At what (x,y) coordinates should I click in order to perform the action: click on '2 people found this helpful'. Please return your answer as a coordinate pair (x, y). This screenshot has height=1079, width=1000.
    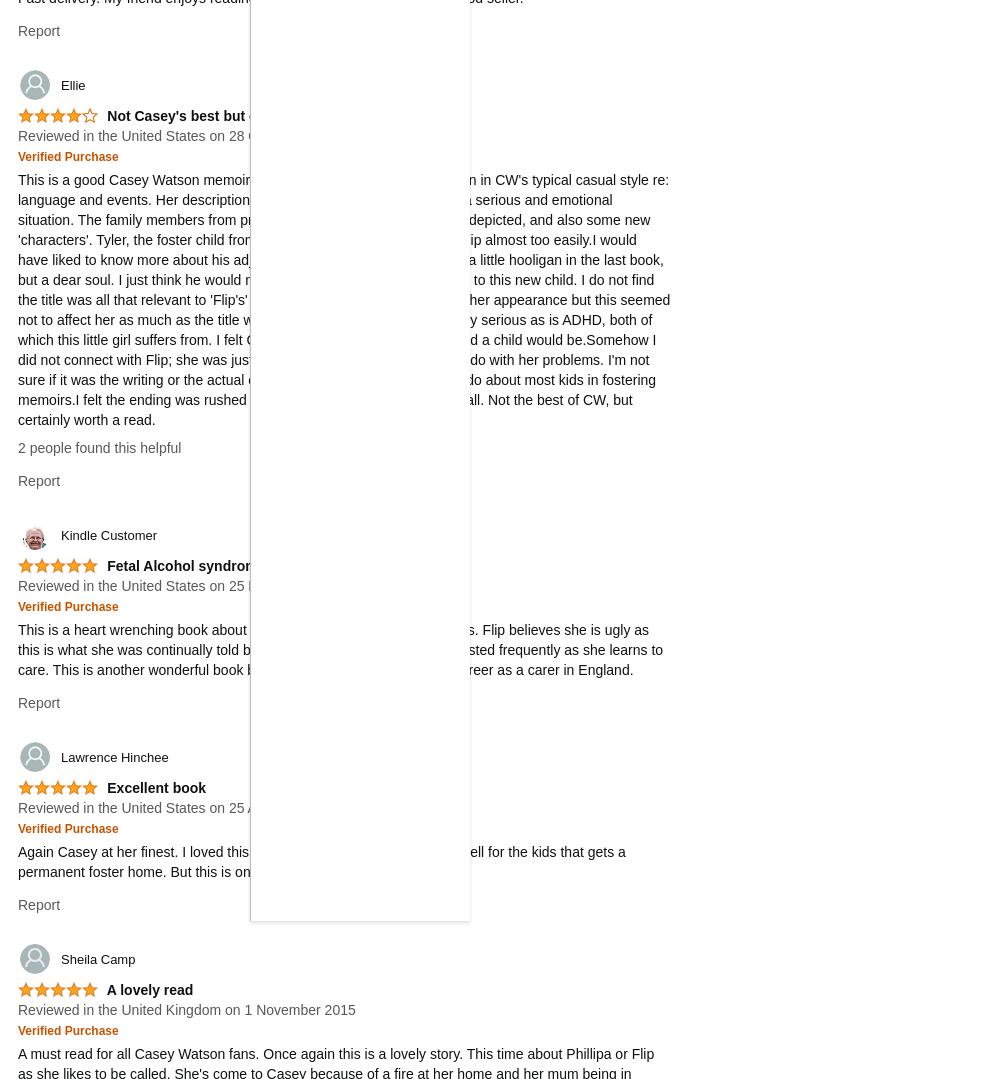
    Looking at the image, I should click on (98, 448).